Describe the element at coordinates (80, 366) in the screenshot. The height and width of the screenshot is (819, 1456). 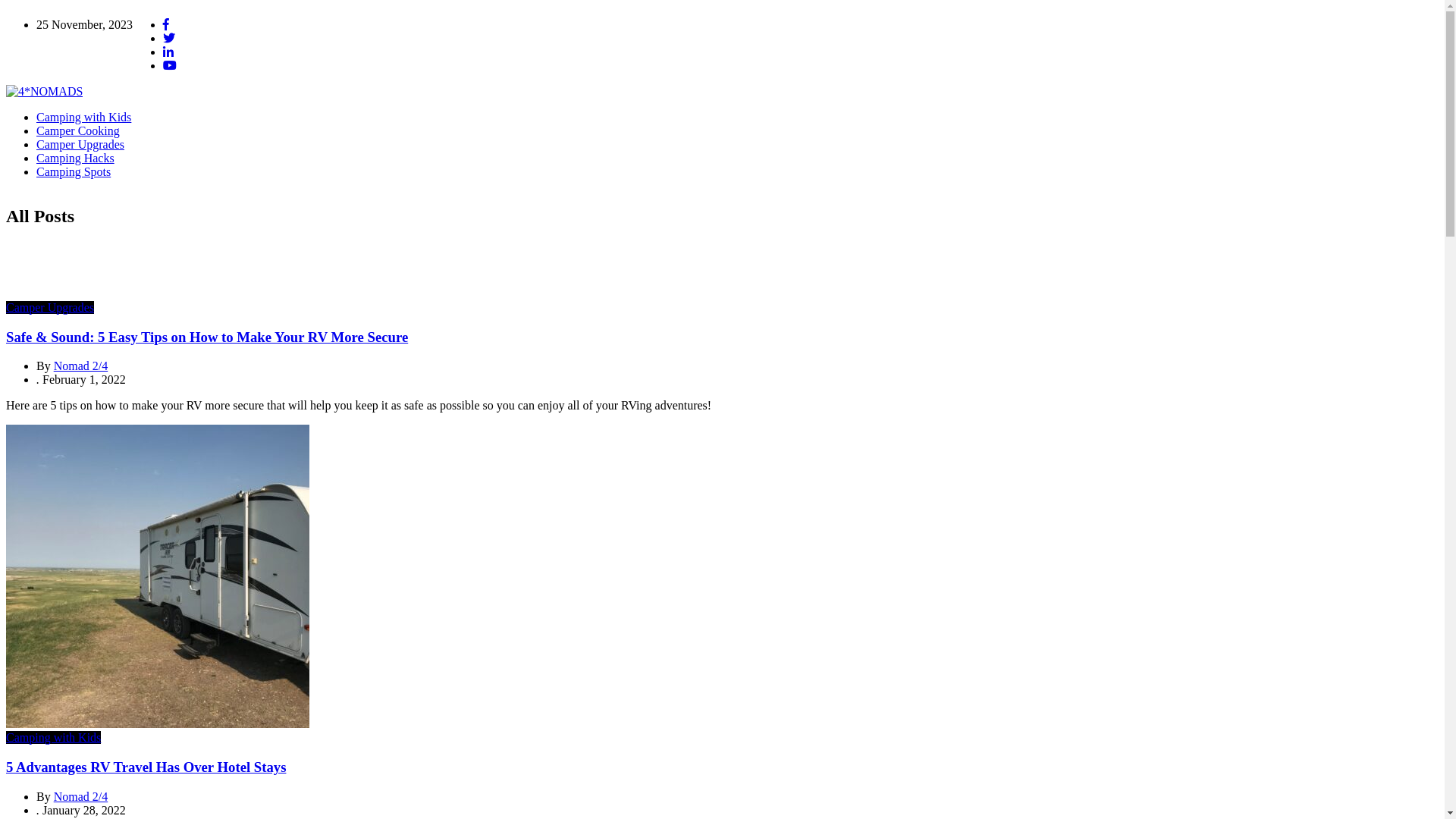
I see `'Nomad 2/4'` at that location.